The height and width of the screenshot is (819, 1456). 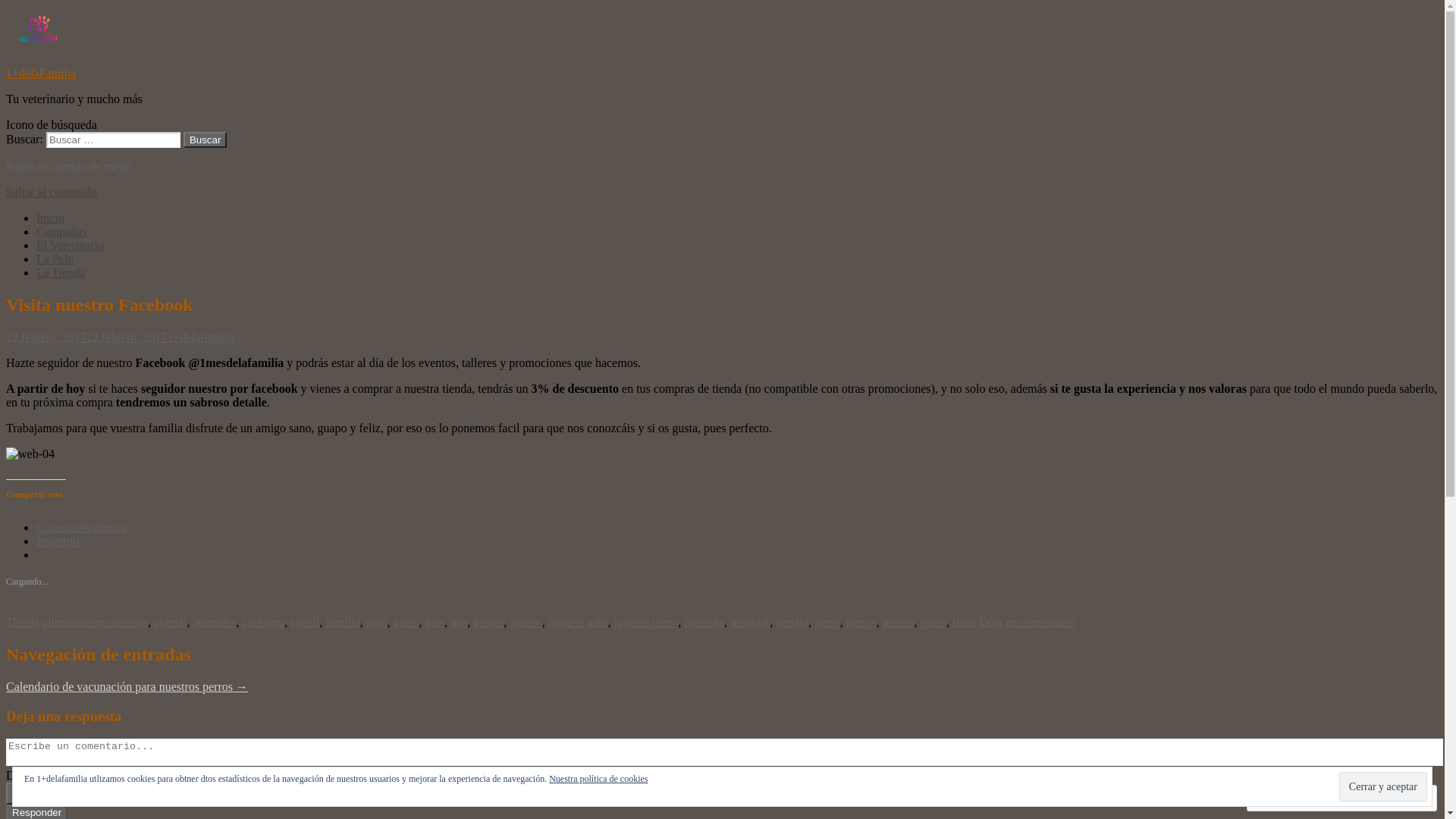 I want to click on 'Buscar', so click(x=204, y=140).